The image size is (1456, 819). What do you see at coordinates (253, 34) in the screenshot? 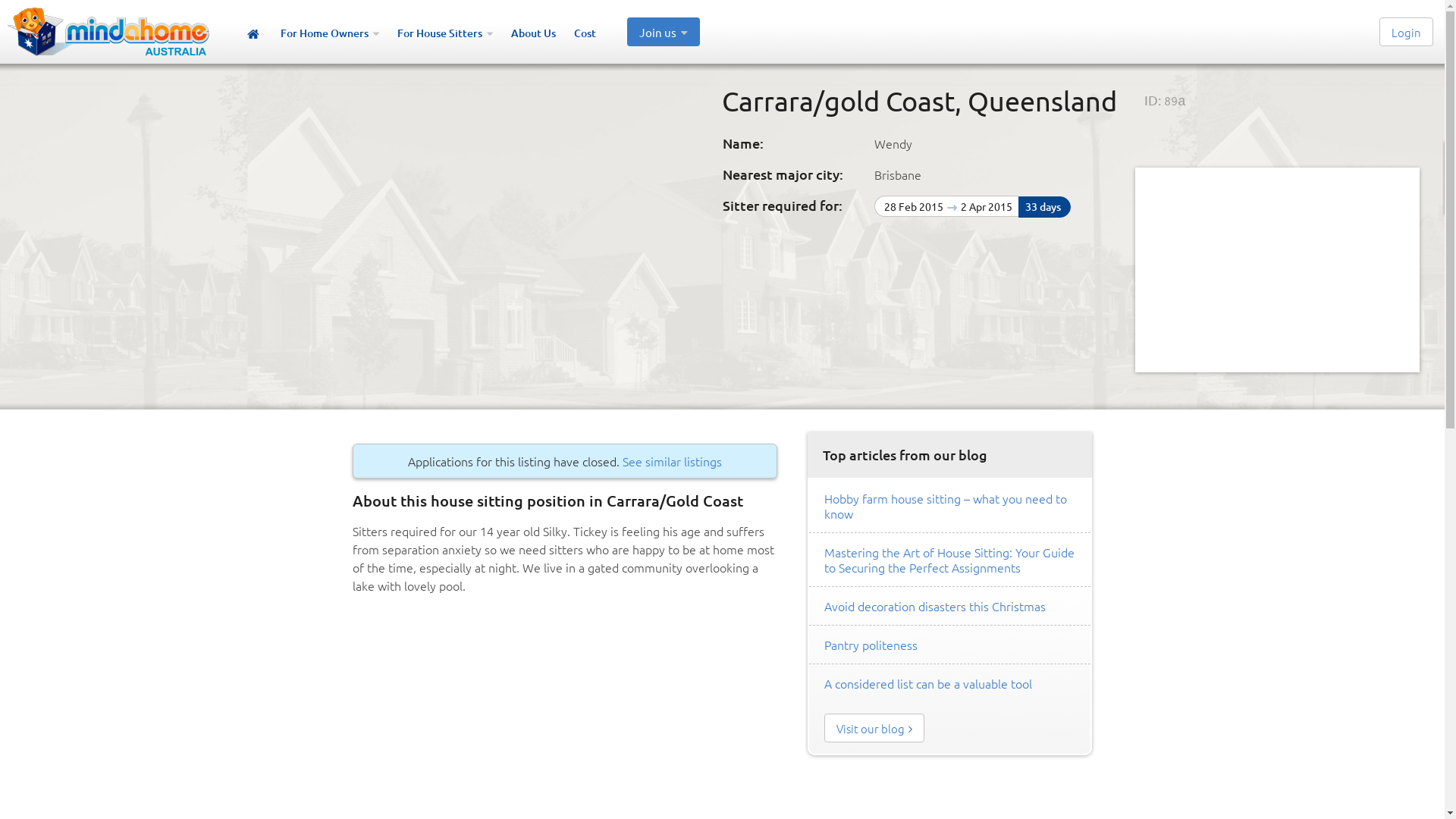
I see `'Home'` at bounding box center [253, 34].